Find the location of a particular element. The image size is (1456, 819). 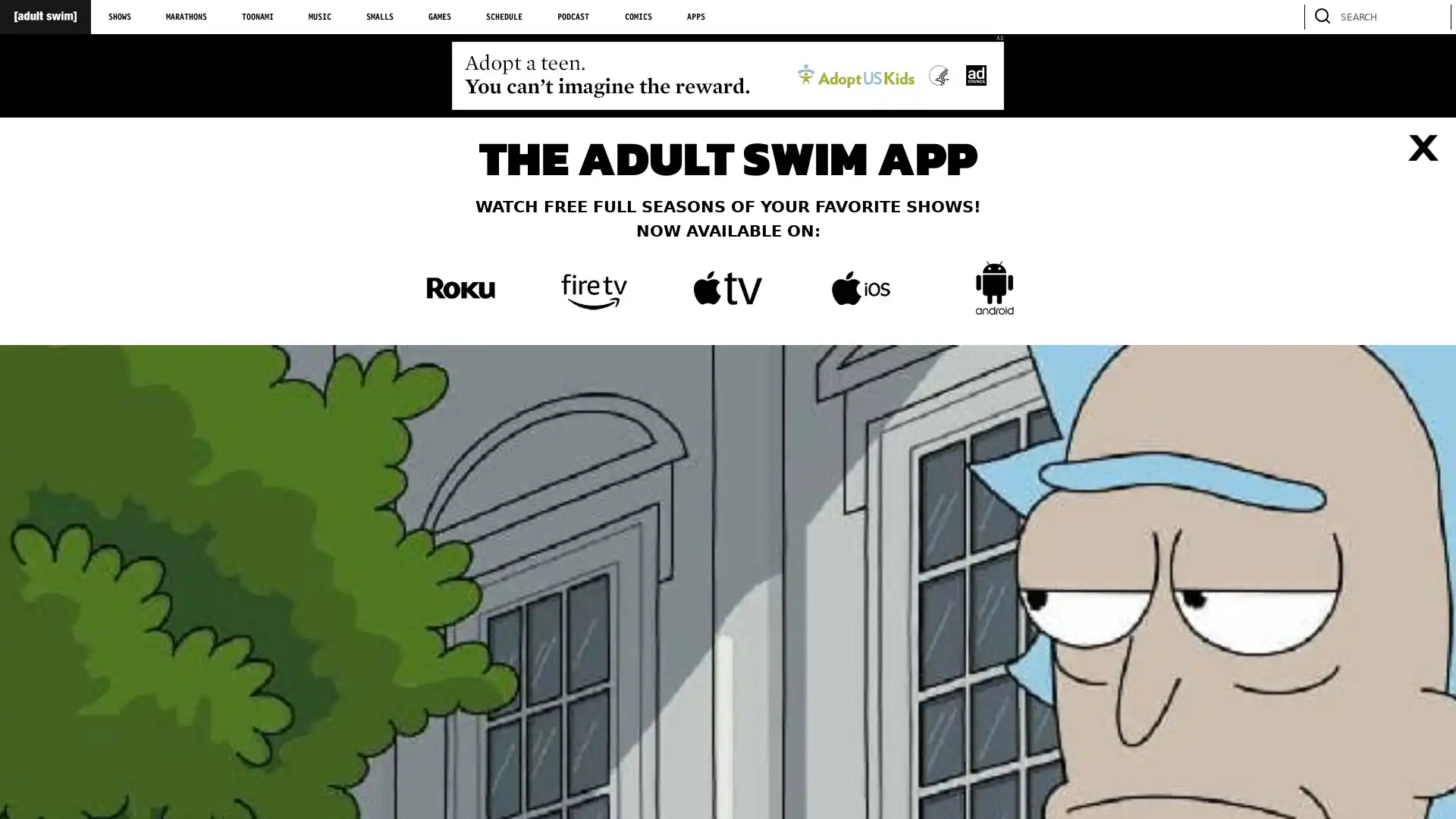

Close list of apps is located at coordinates (1422, 147).